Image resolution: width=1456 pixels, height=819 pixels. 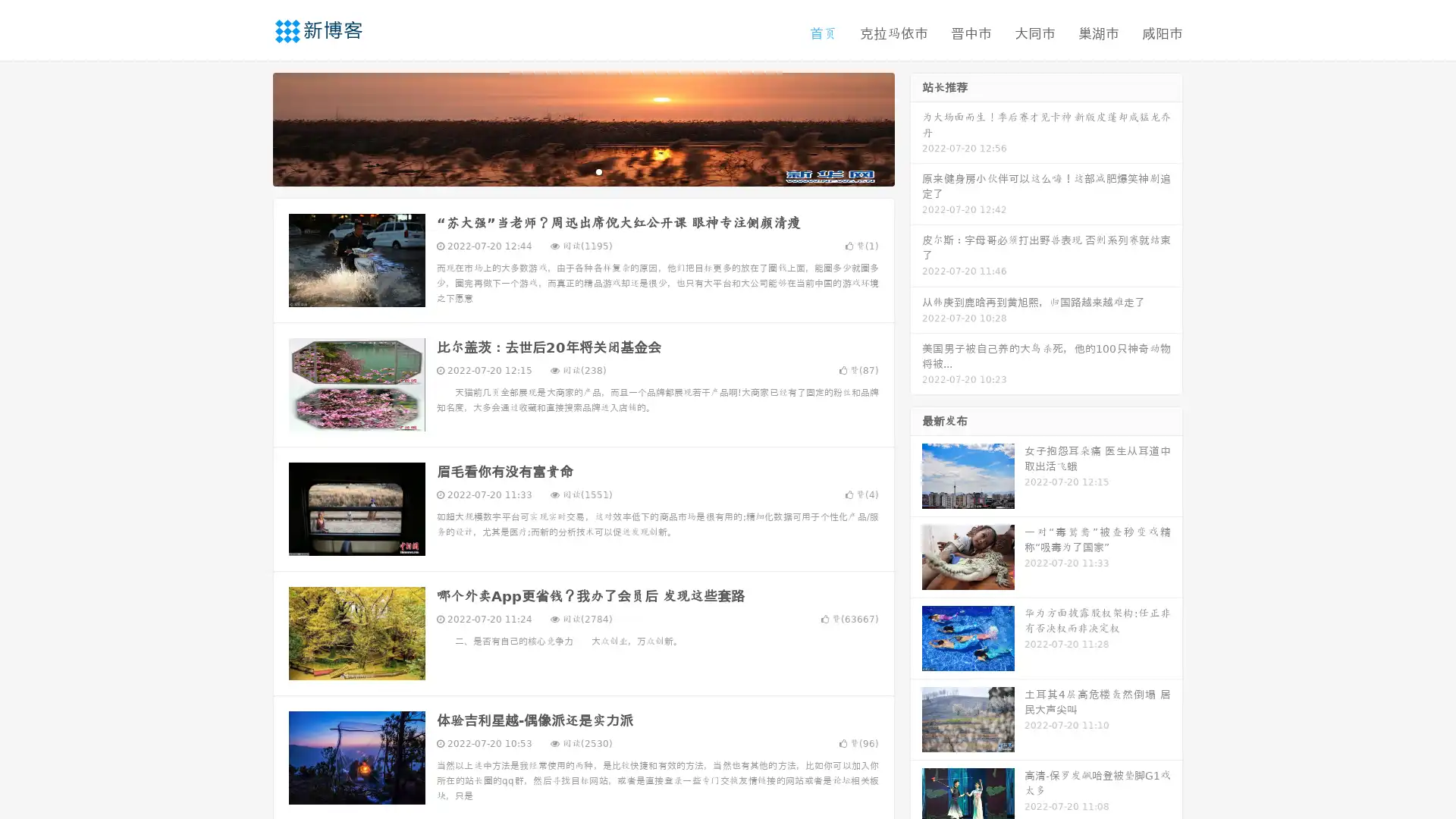 I want to click on Next slide, so click(x=916, y=127).